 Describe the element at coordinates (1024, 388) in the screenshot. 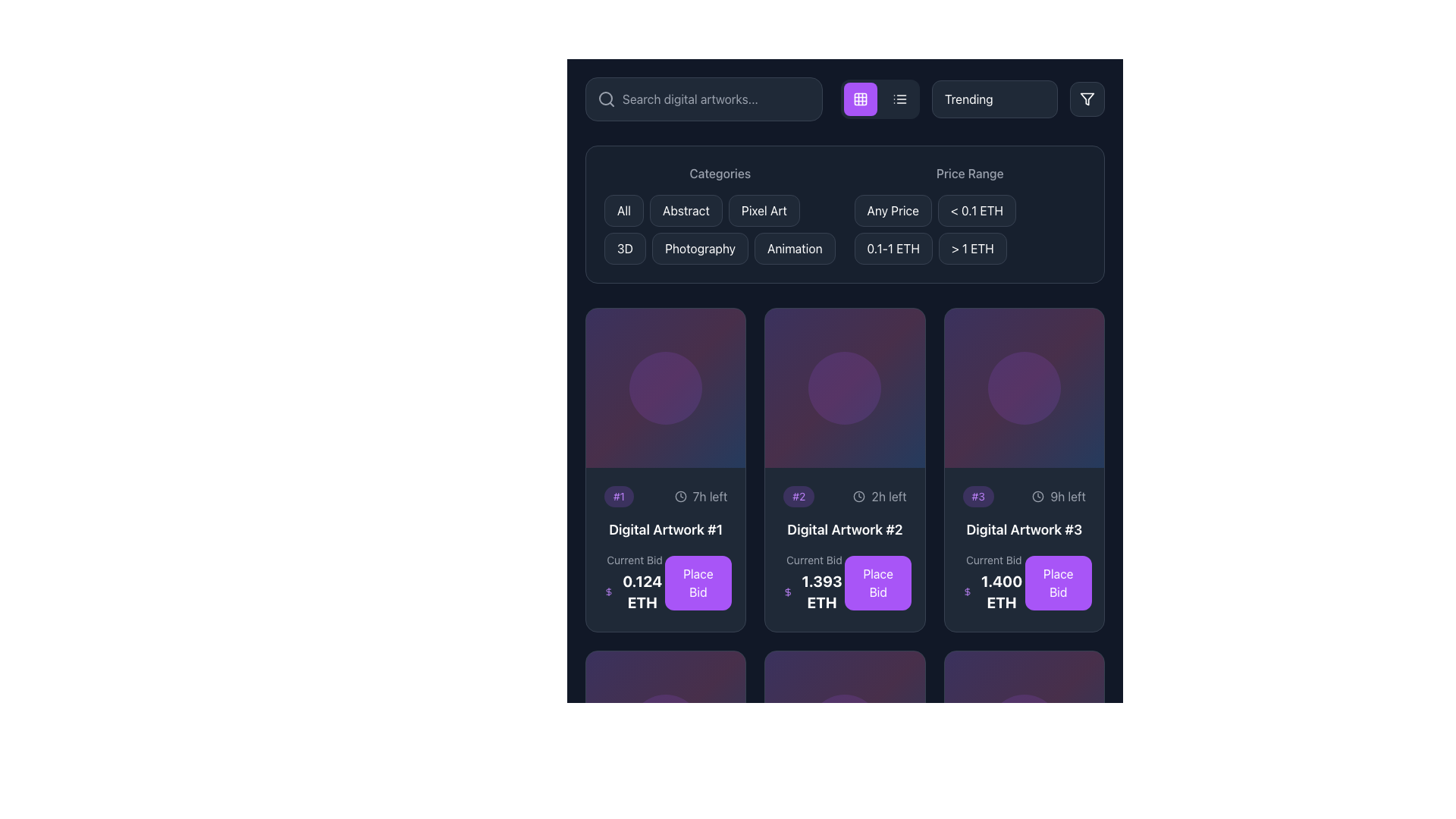

I see `the decorative placeholder or accent component located in the top half of the third card in a horizontally aligned grid layout` at that location.